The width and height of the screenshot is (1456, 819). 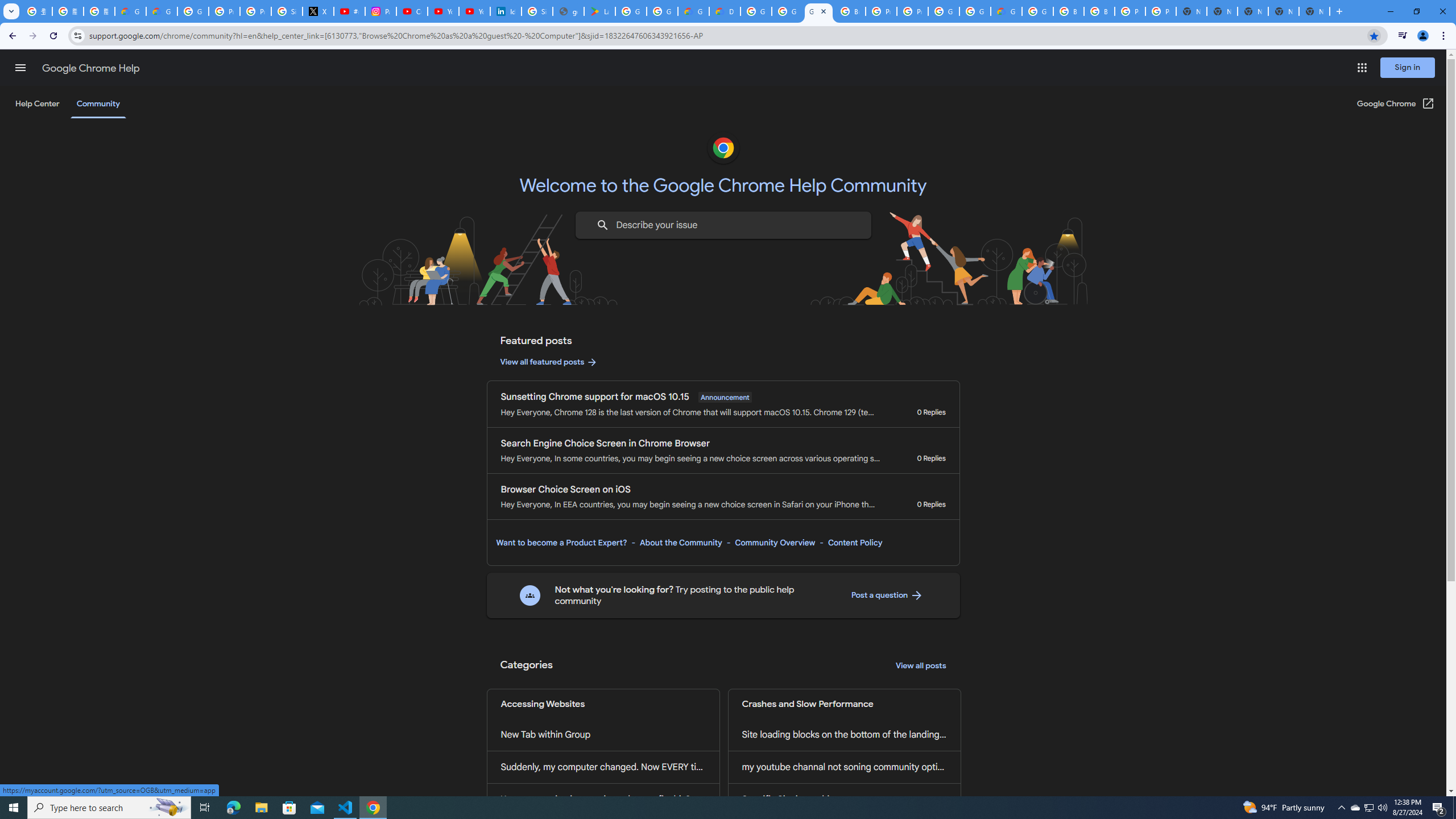 What do you see at coordinates (680, 542) in the screenshot?
I see `'About the Community'` at bounding box center [680, 542].